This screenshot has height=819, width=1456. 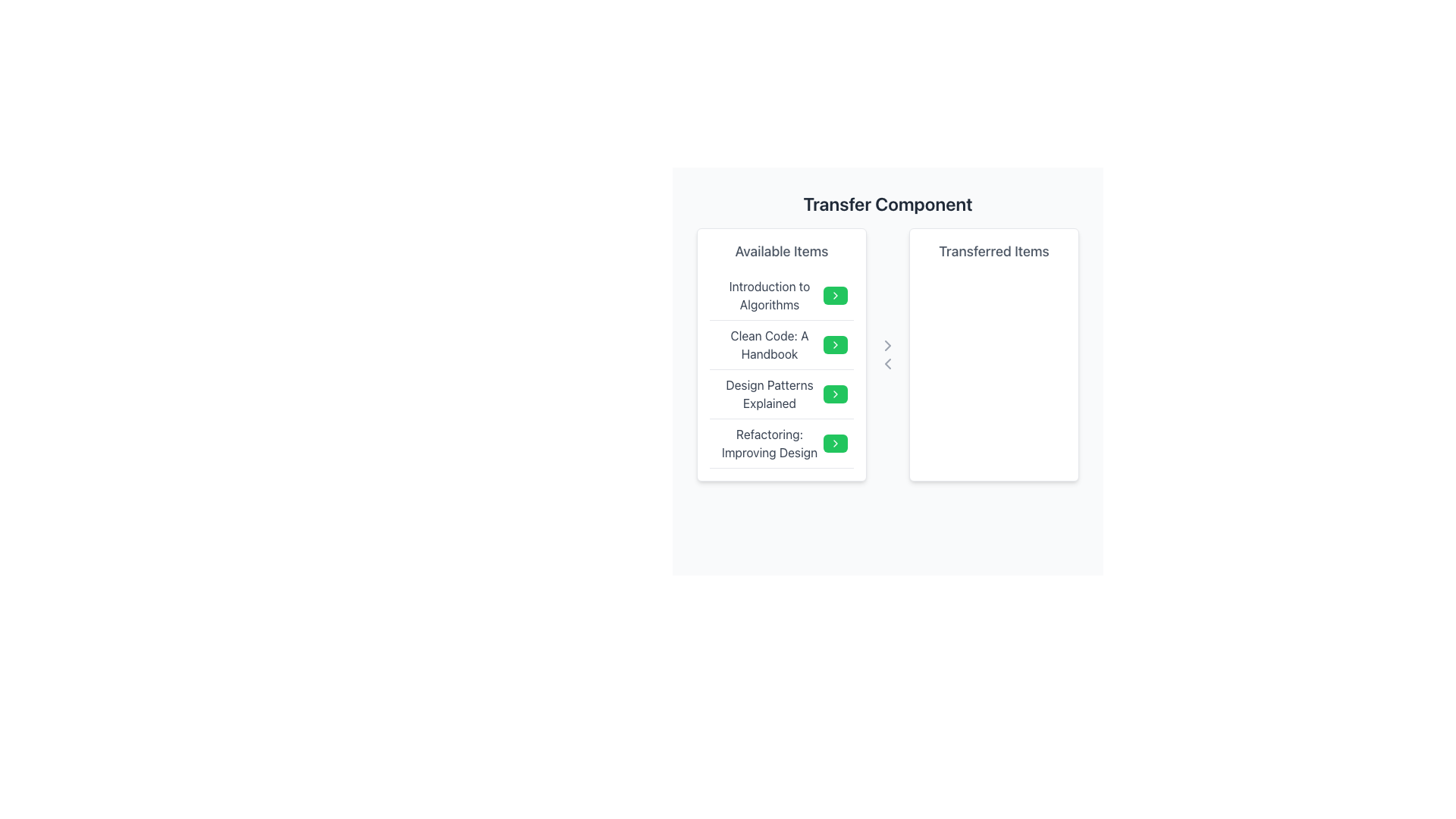 What do you see at coordinates (782, 444) in the screenshot?
I see `the green button associated with the fourth item in the 'Available Items' list to transfer it to the 'Transferred Items' panel` at bounding box center [782, 444].